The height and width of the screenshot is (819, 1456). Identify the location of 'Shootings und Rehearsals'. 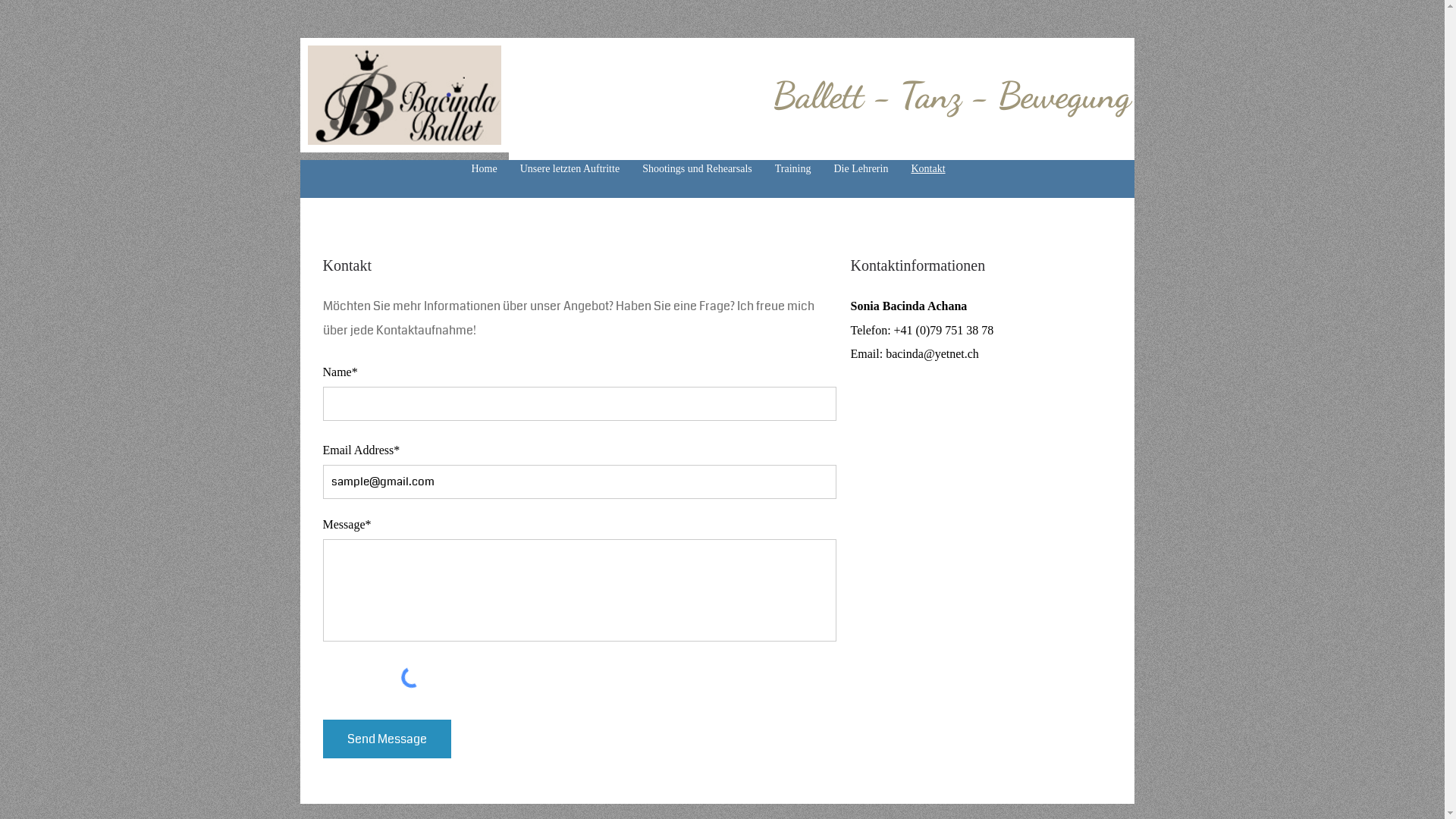
(630, 169).